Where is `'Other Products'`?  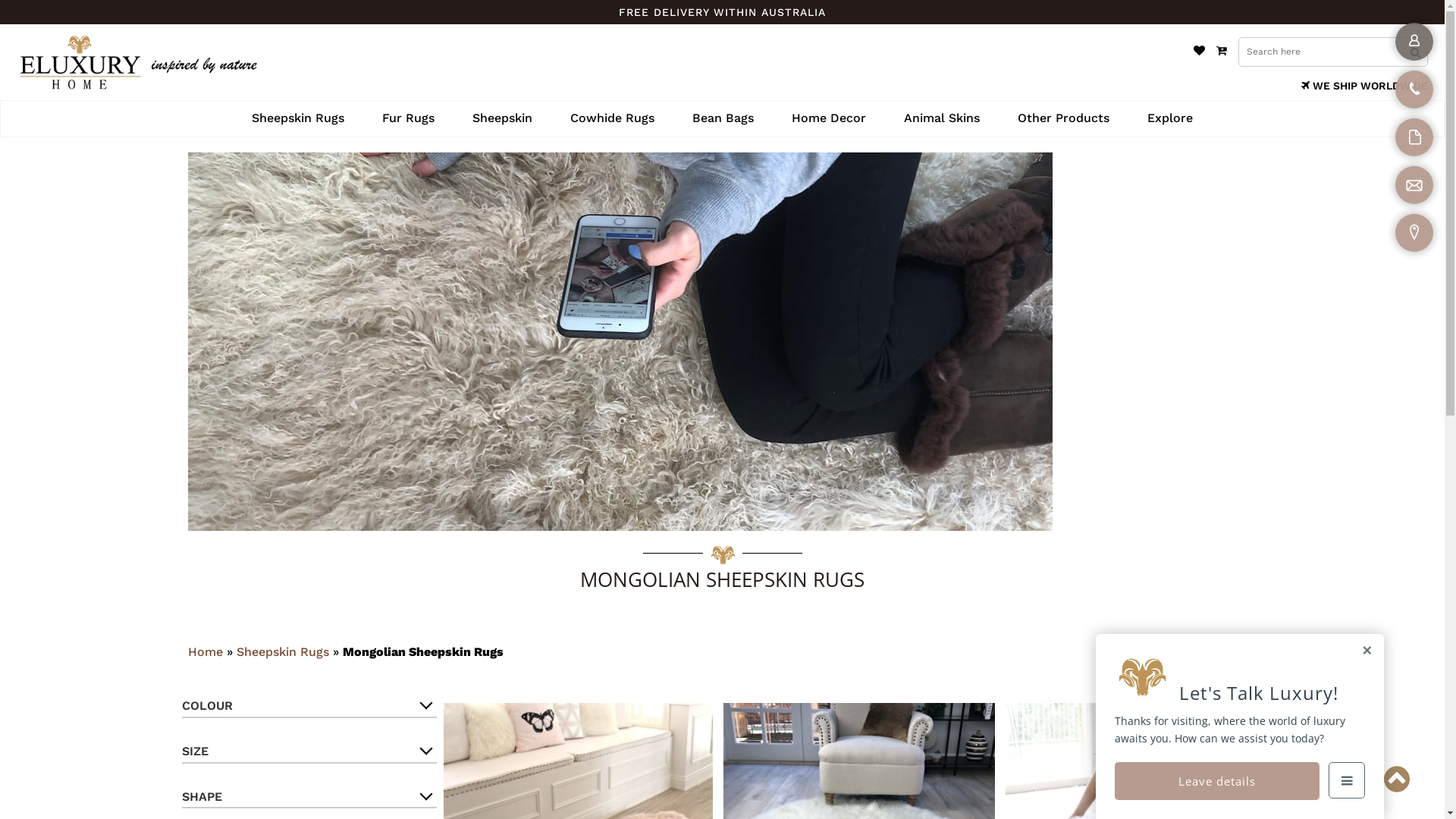 'Other Products' is located at coordinates (1062, 118).